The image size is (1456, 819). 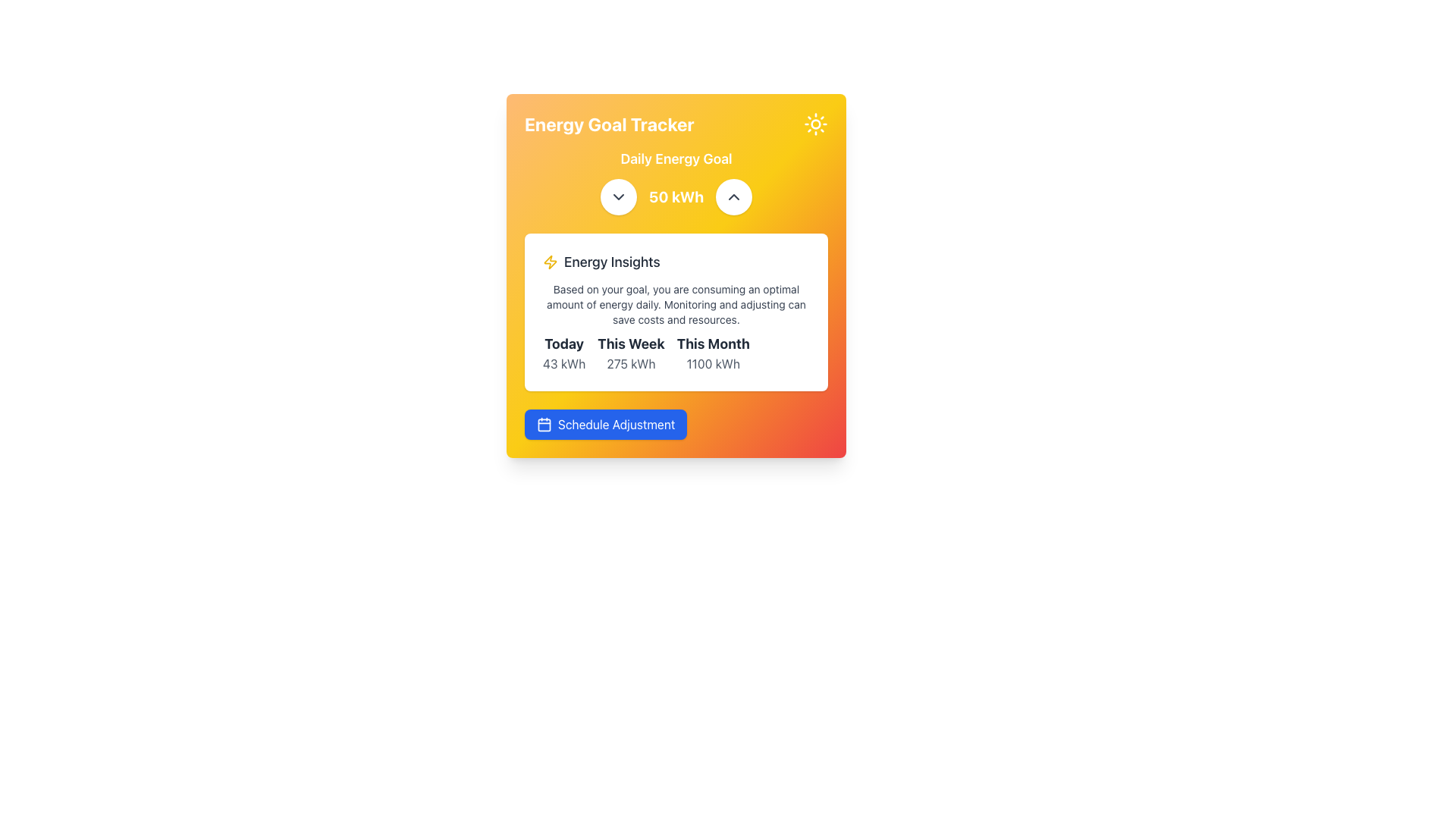 I want to click on the Text label displaying '1100 kWh', which is located below the label 'This Month' in the 'Energy Insights' summary section, so click(x=712, y=363).